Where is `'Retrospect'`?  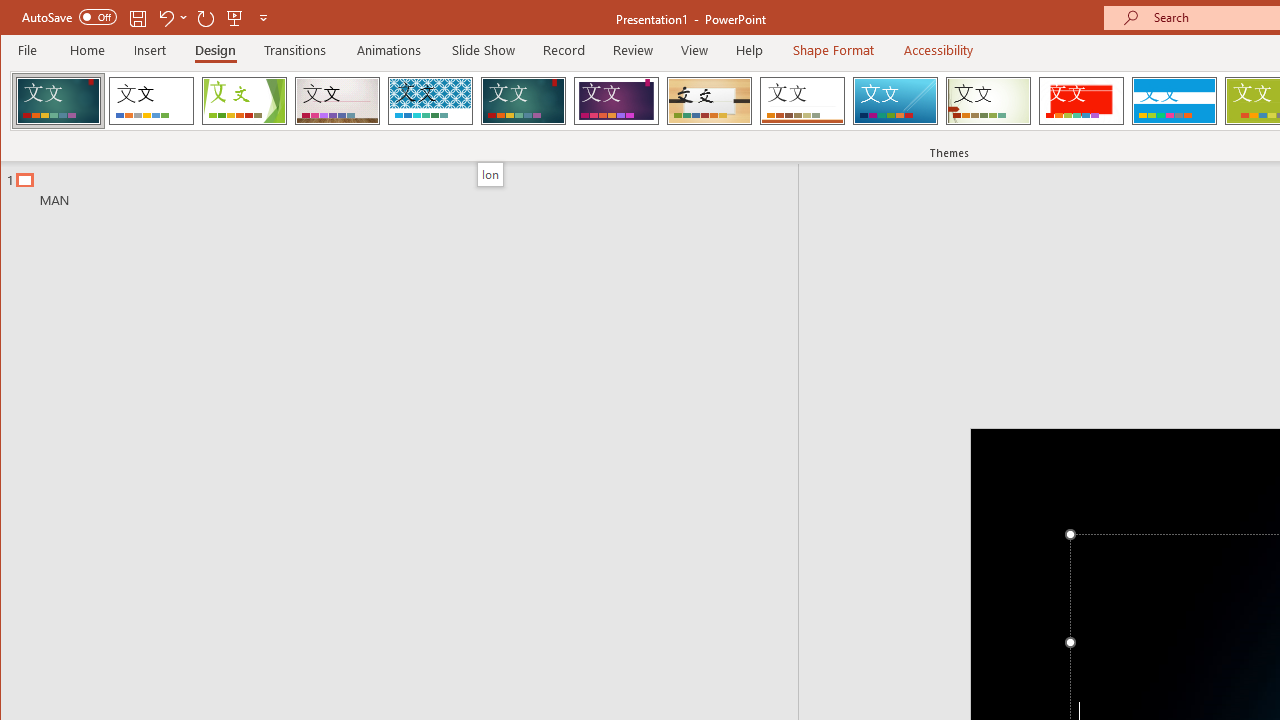
'Retrospect' is located at coordinates (802, 100).